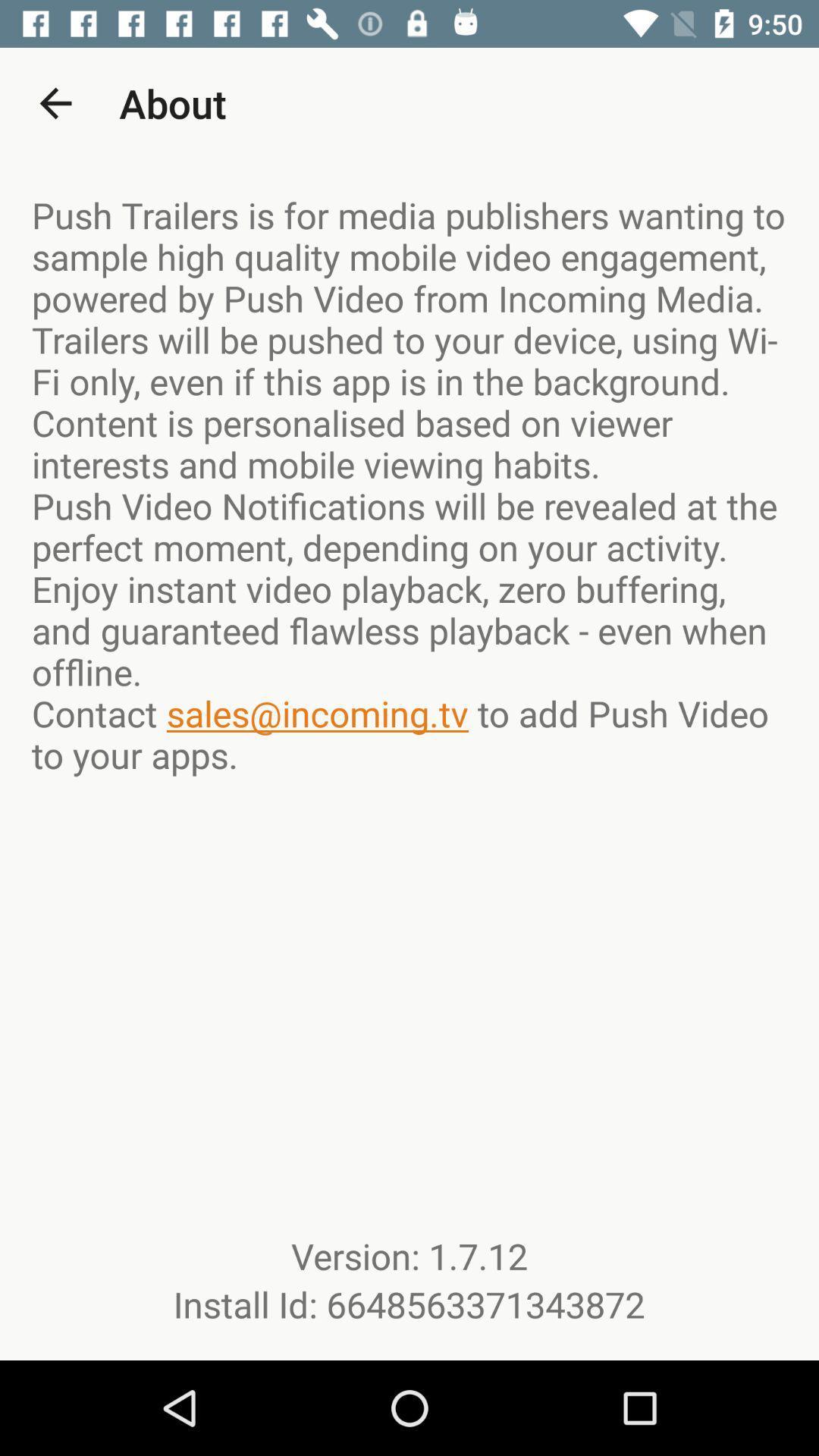 The height and width of the screenshot is (1456, 819). Describe the element at coordinates (409, 484) in the screenshot. I see `the push trailers is` at that location.